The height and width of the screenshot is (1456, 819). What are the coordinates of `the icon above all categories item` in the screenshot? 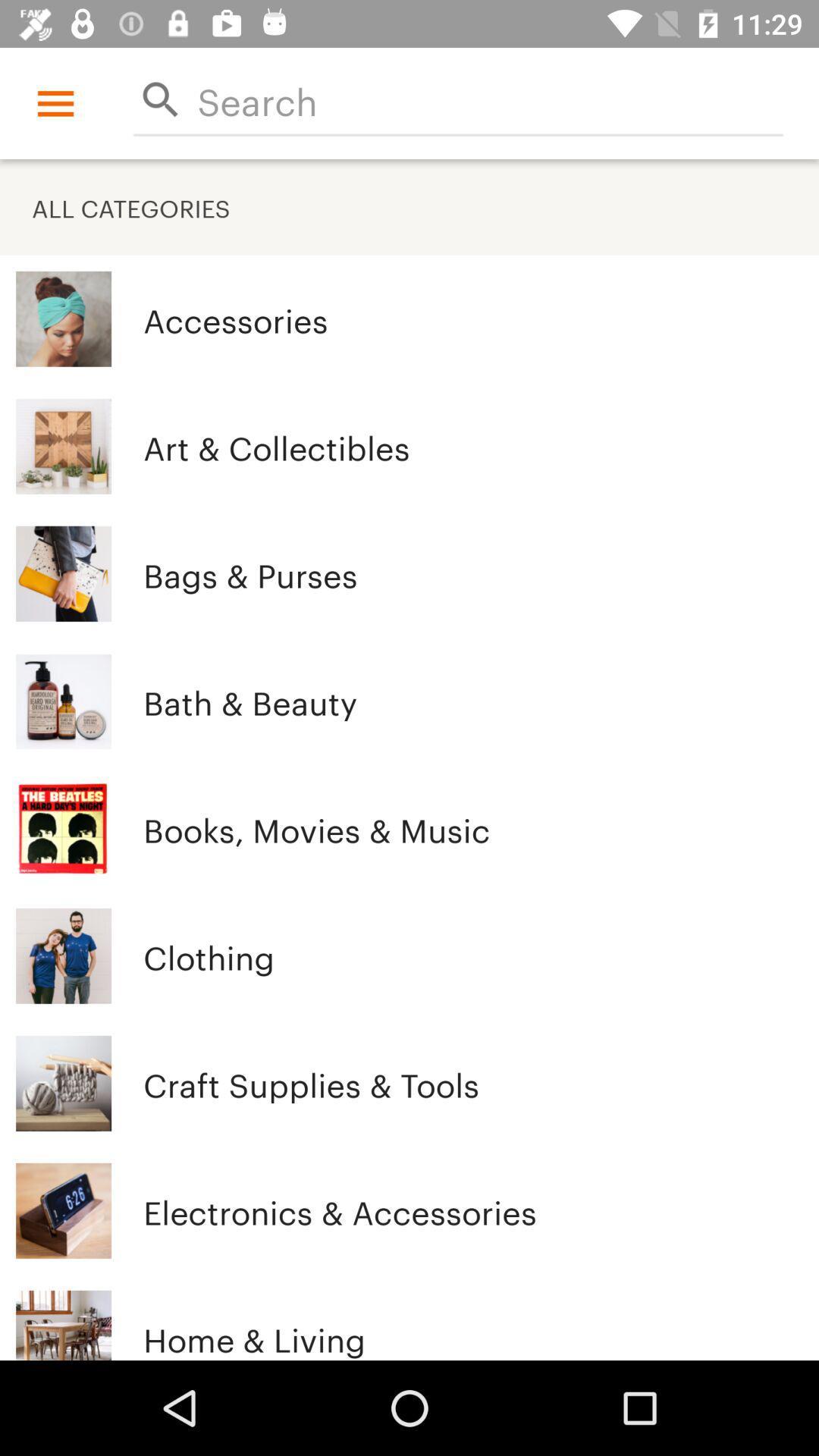 It's located at (55, 102).